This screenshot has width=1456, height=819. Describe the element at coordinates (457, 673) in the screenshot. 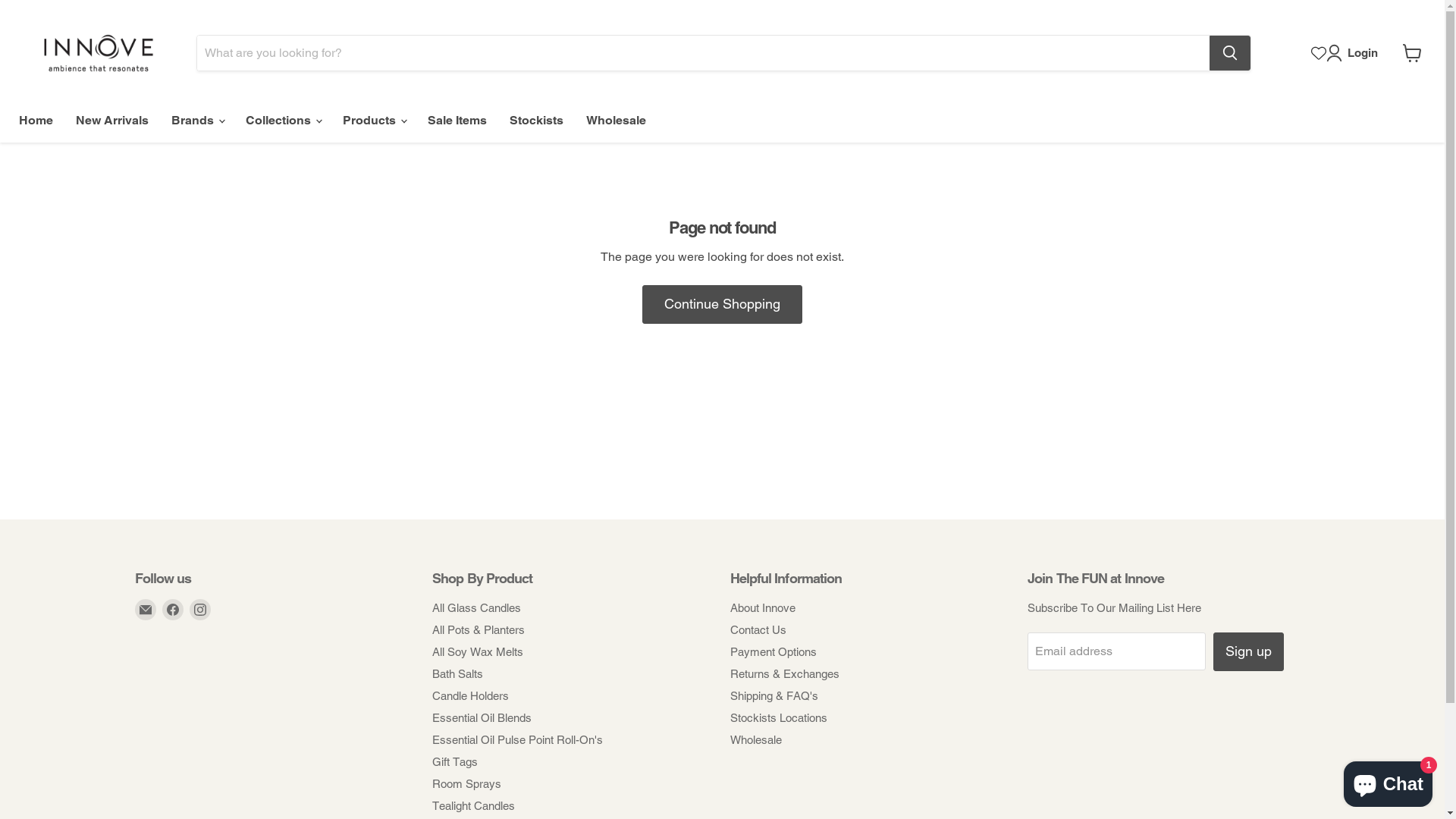

I see `'Bath Salts'` at that location.